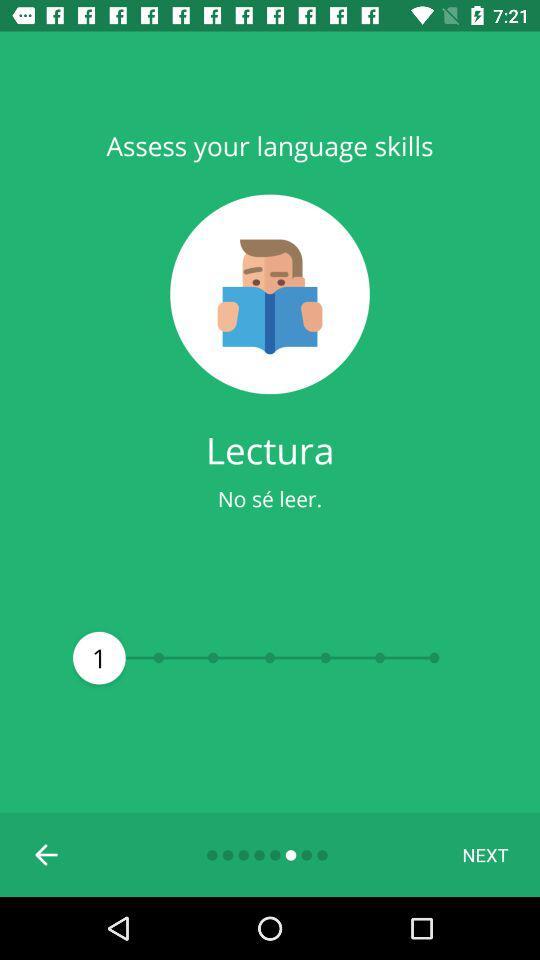  What do you see at coordinates (47, 853) in the screenshot?
I see `previous screen` at bounding box center [47, 853].